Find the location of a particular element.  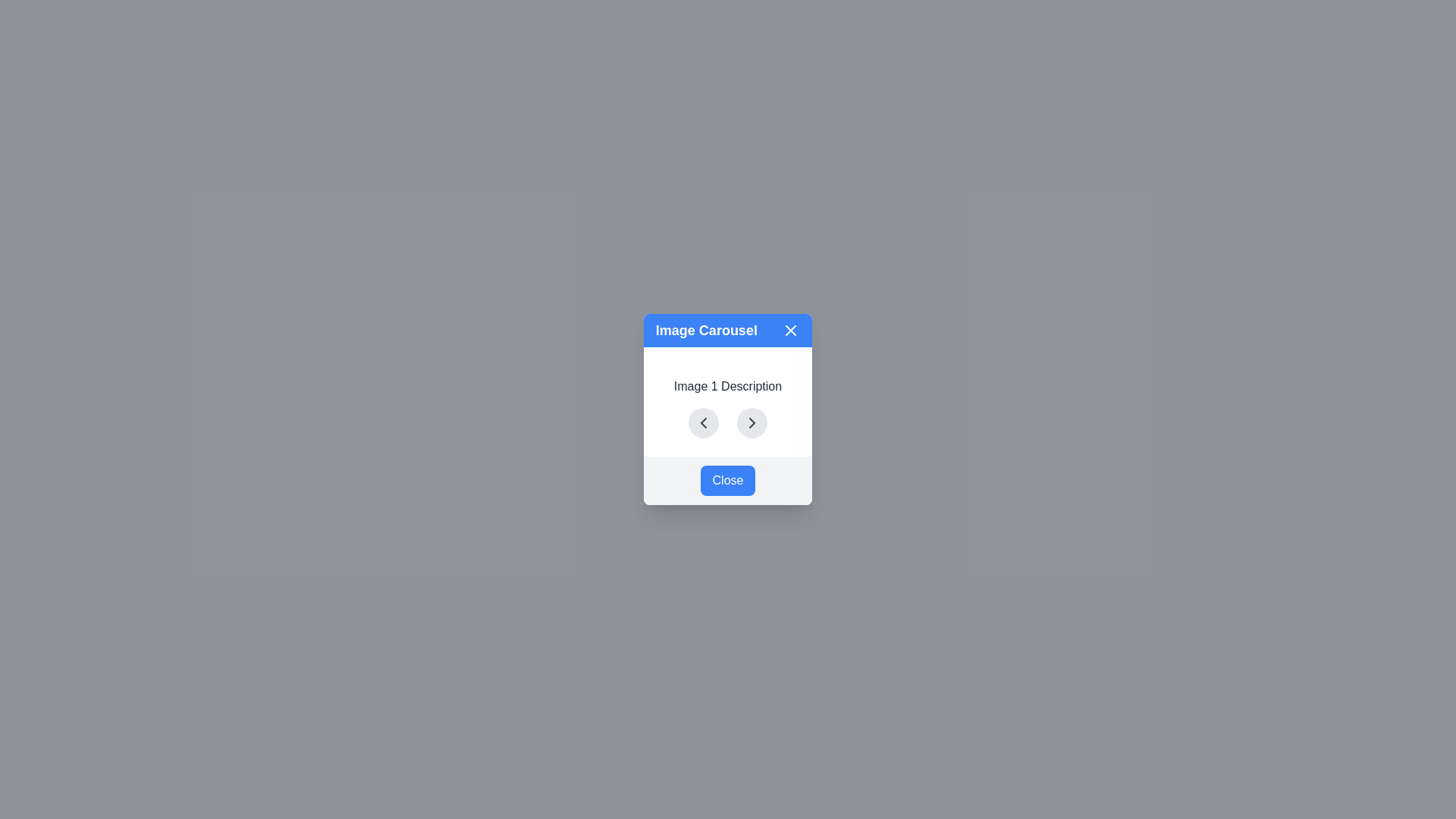

the previous image navigation button located at the bottom-left corner of the modal labeled 'Image Carousel' is located at coordinates (702, 423).